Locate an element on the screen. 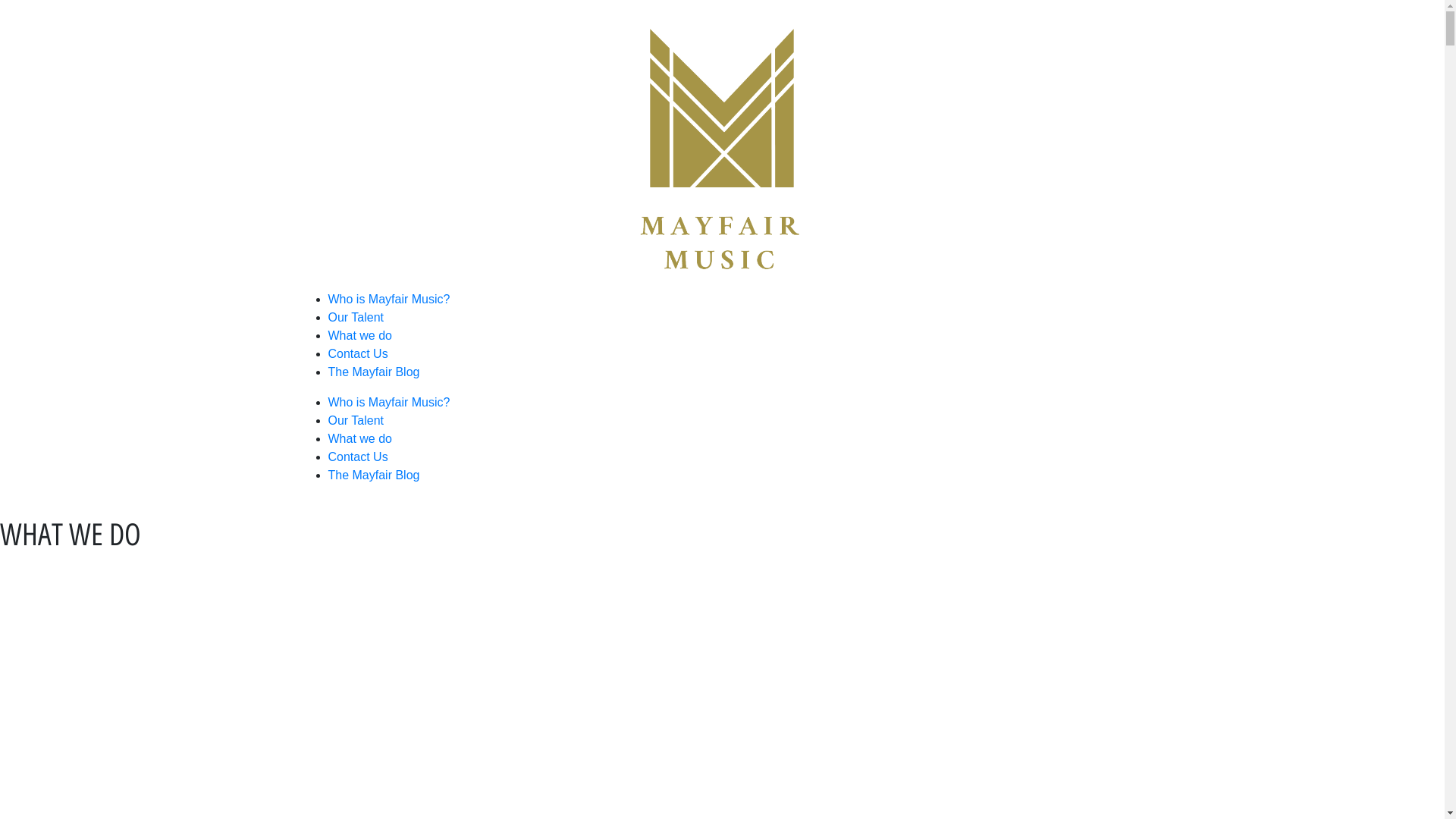  'What we do' is located at coordinates (359, 334).